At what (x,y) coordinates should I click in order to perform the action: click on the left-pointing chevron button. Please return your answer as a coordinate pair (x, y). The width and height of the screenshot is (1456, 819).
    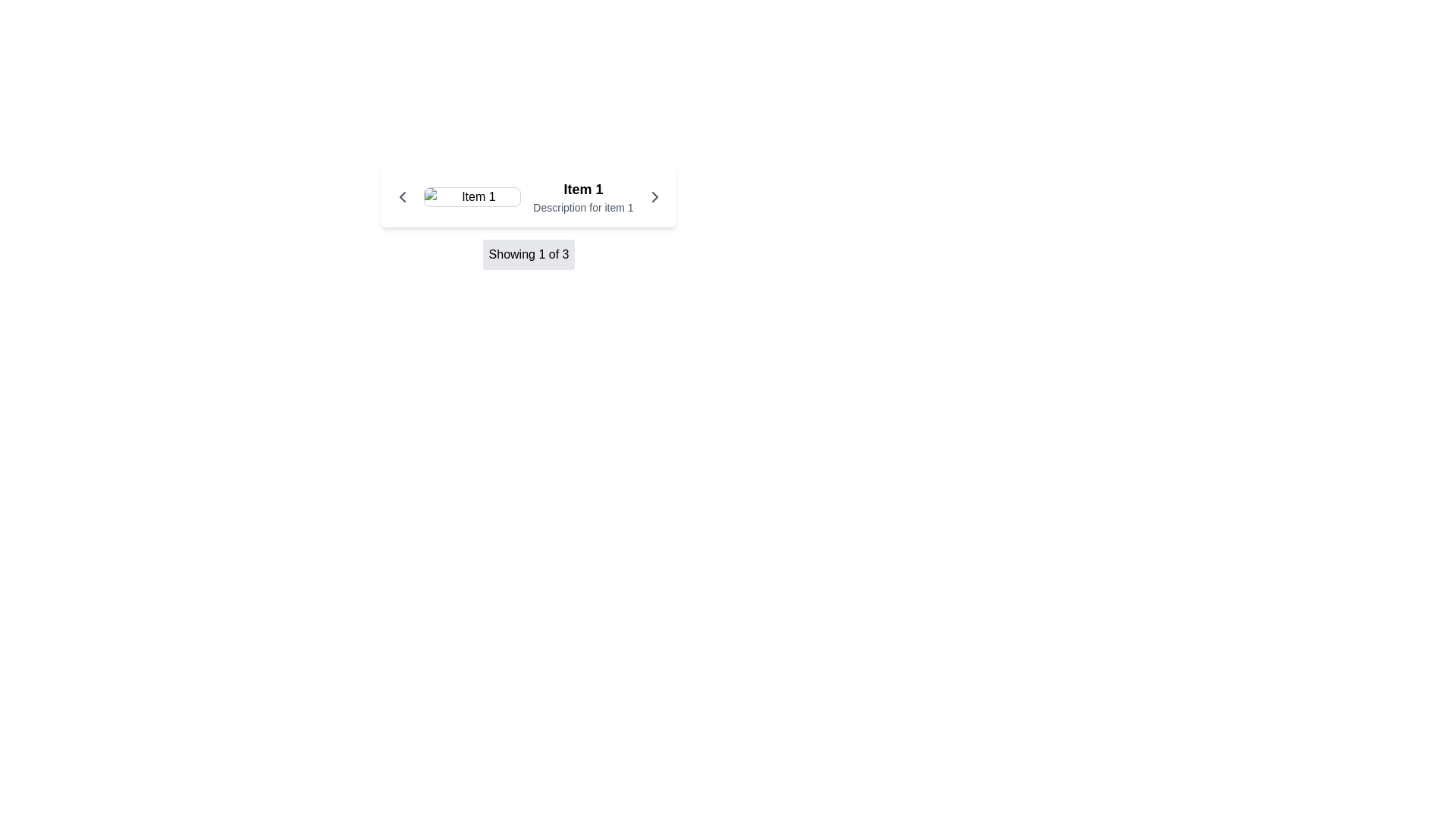
    Looking at the image, I should click on (403, 196).